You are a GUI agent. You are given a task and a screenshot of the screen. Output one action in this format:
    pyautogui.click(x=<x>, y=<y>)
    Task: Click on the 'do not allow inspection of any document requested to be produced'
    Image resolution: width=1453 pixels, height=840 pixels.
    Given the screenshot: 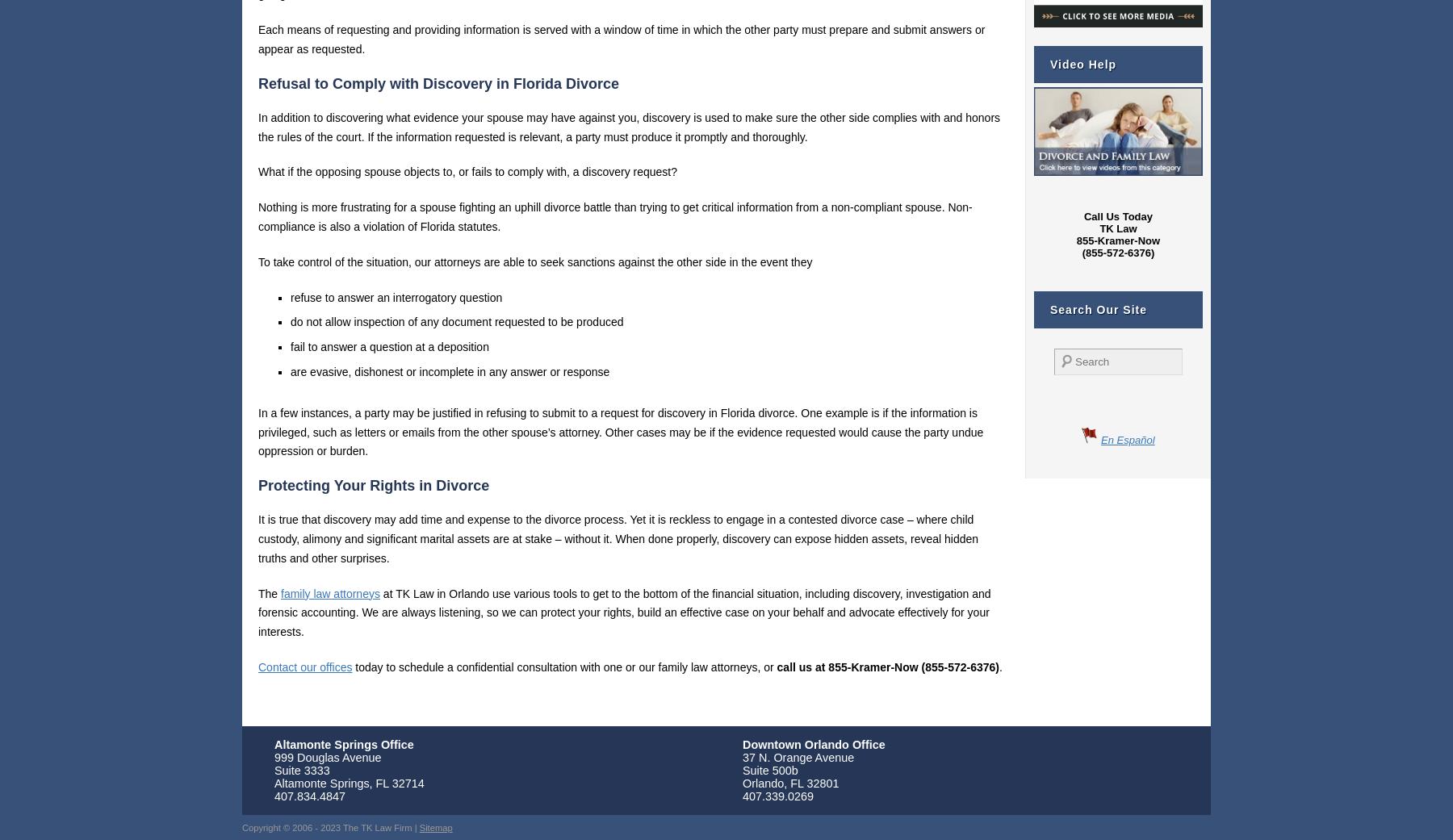 What is the action you would take?
    pyautogui.click(x=456, y=322)
    